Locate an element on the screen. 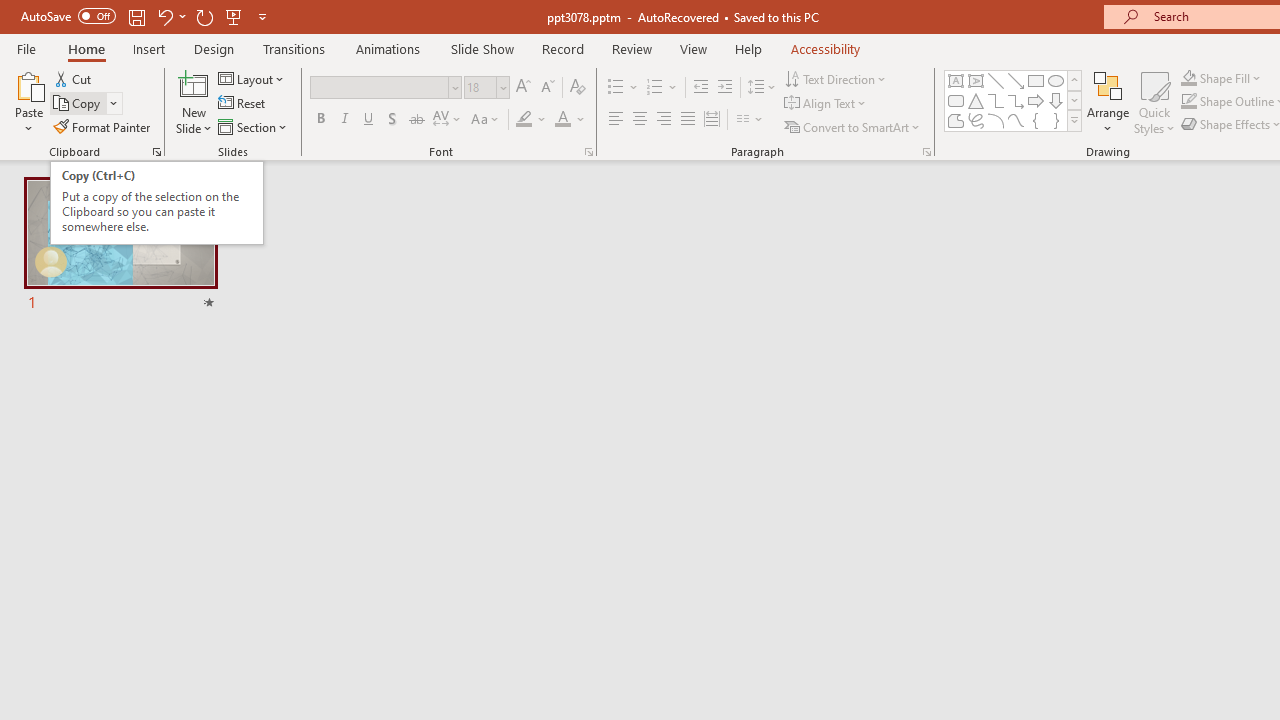  'Vertical Text Box' is located at coordinates (976, 80).